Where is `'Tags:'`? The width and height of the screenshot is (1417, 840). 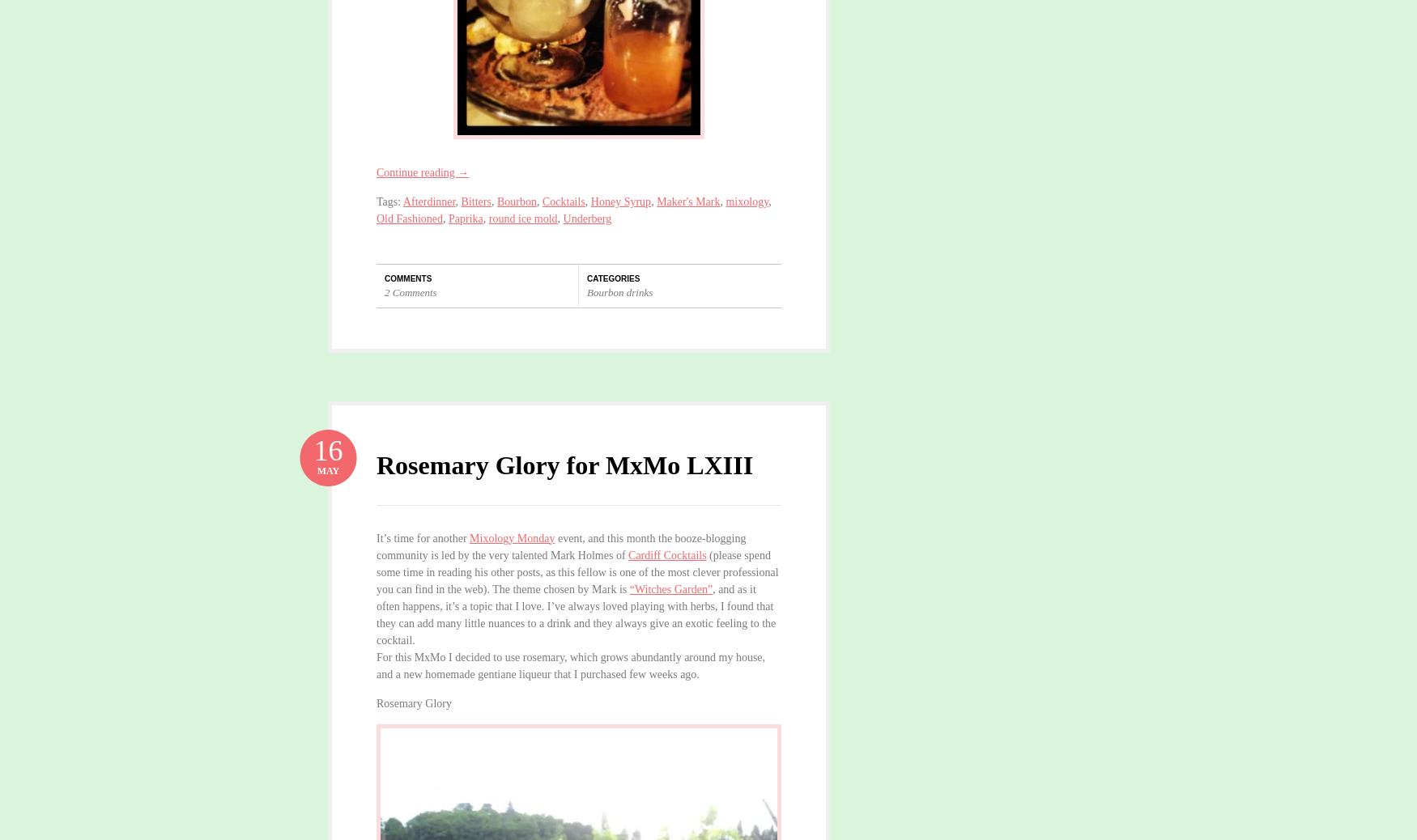 'Tags:' is located at coordinates (389, 201).